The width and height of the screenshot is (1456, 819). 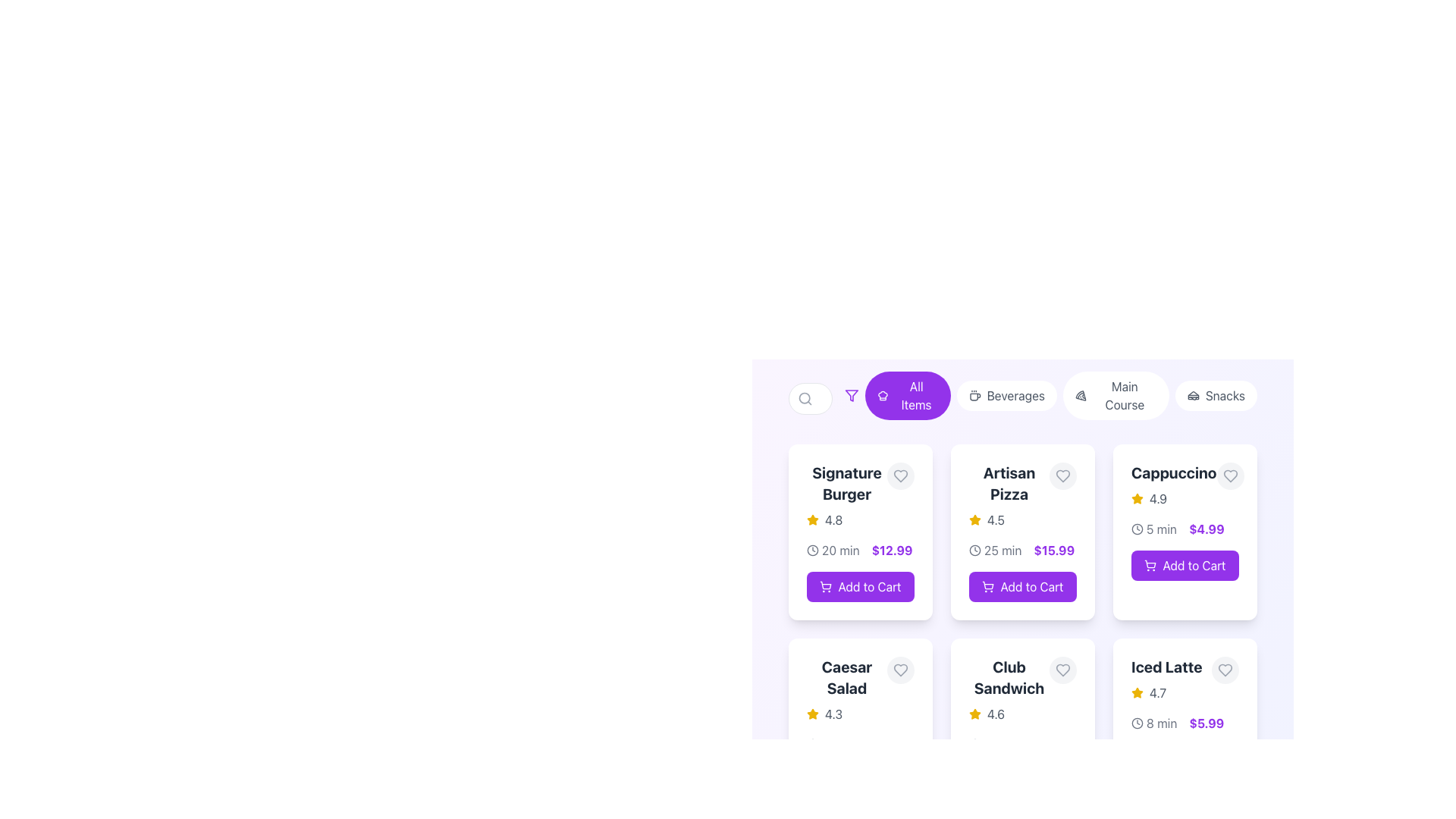 What do you see at coordinates (1185, 565) in the screenshot?
I see `the call-to-action button located at the bottom center of the 'Cappuccino' product card` at bounding box center [1185, 565].